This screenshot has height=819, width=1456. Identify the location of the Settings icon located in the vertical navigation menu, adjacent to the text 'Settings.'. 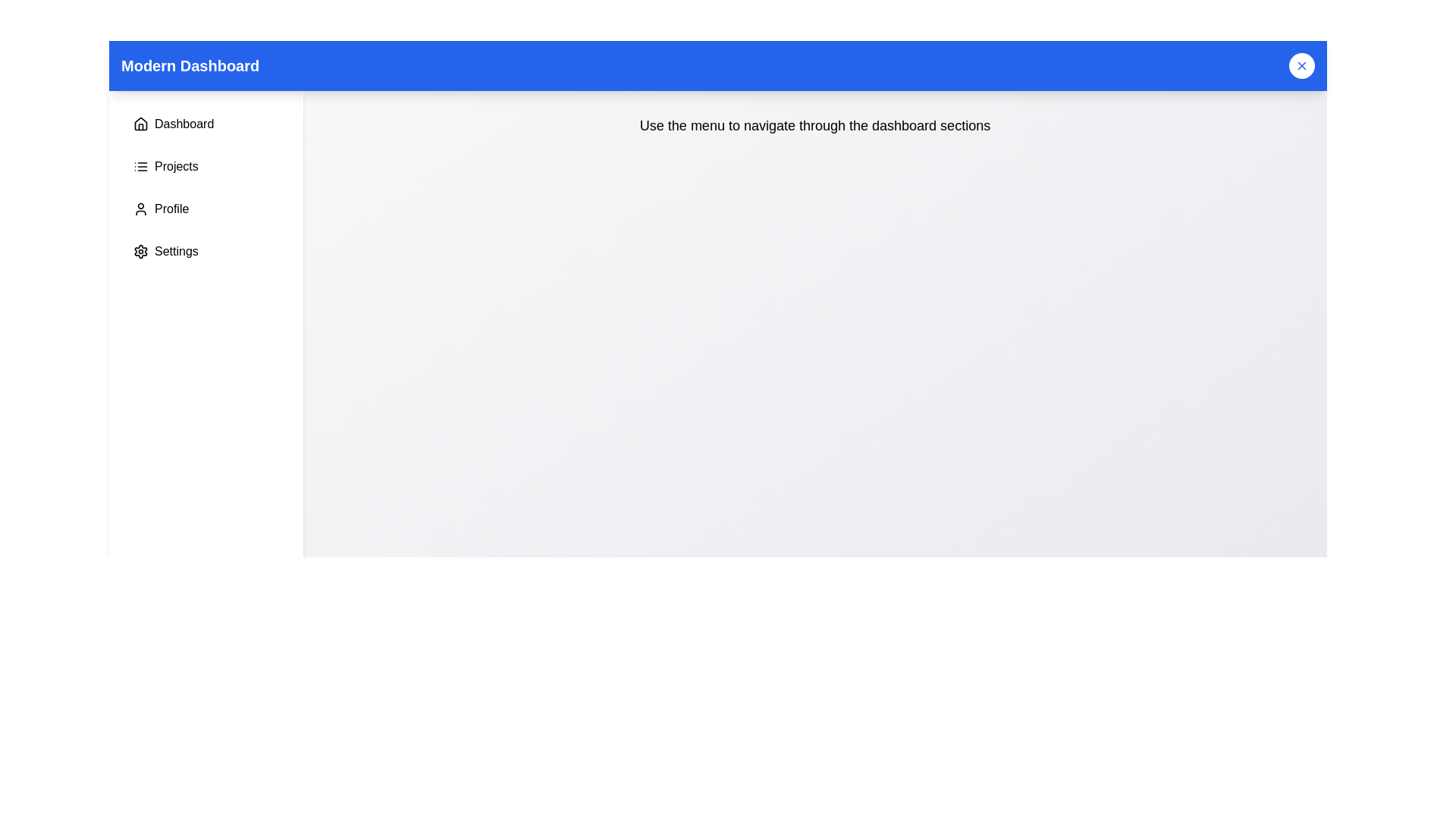
(141, 250).